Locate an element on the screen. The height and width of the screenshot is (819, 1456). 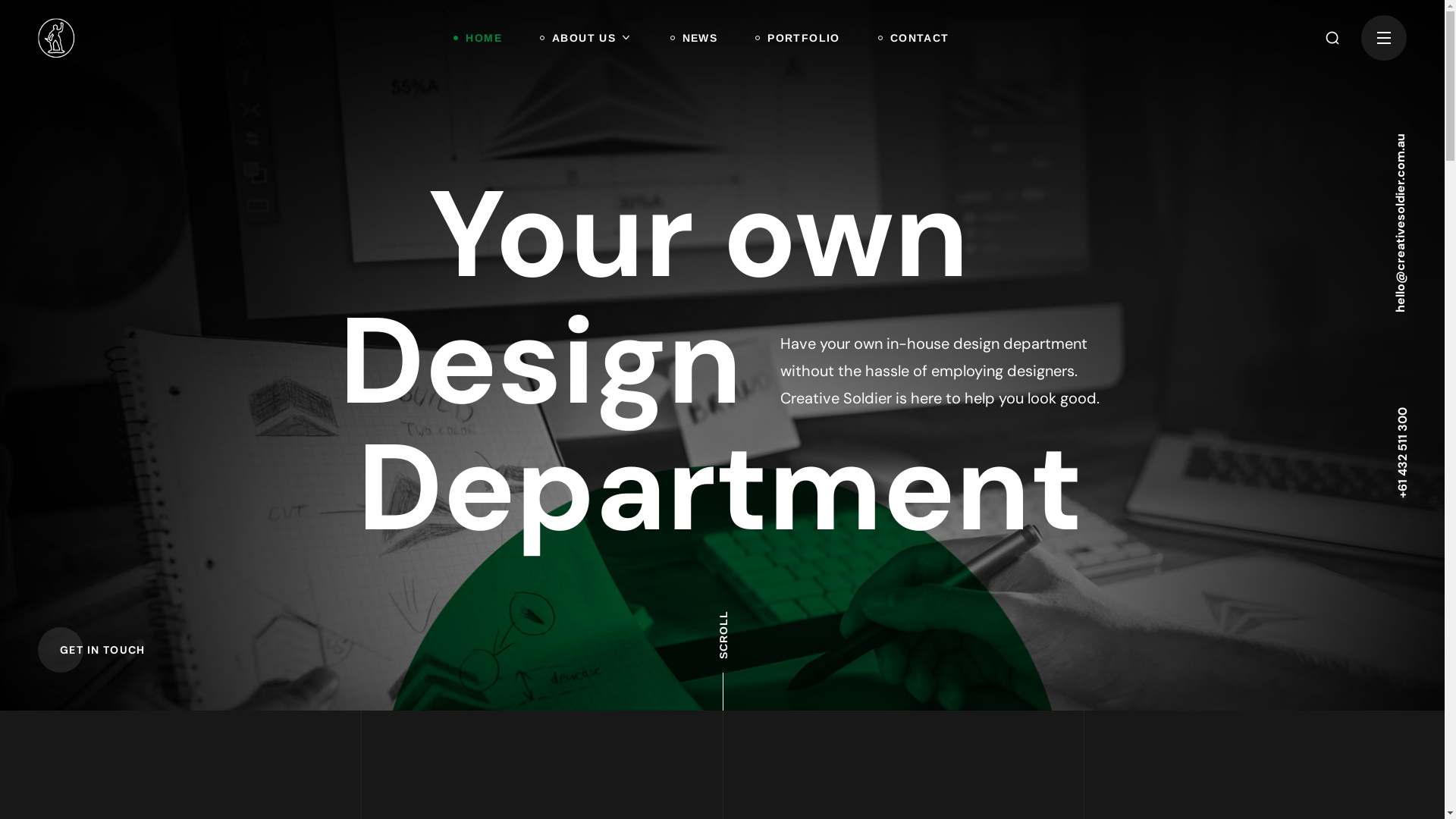
'HOME' is located at coordinates (476, 37).